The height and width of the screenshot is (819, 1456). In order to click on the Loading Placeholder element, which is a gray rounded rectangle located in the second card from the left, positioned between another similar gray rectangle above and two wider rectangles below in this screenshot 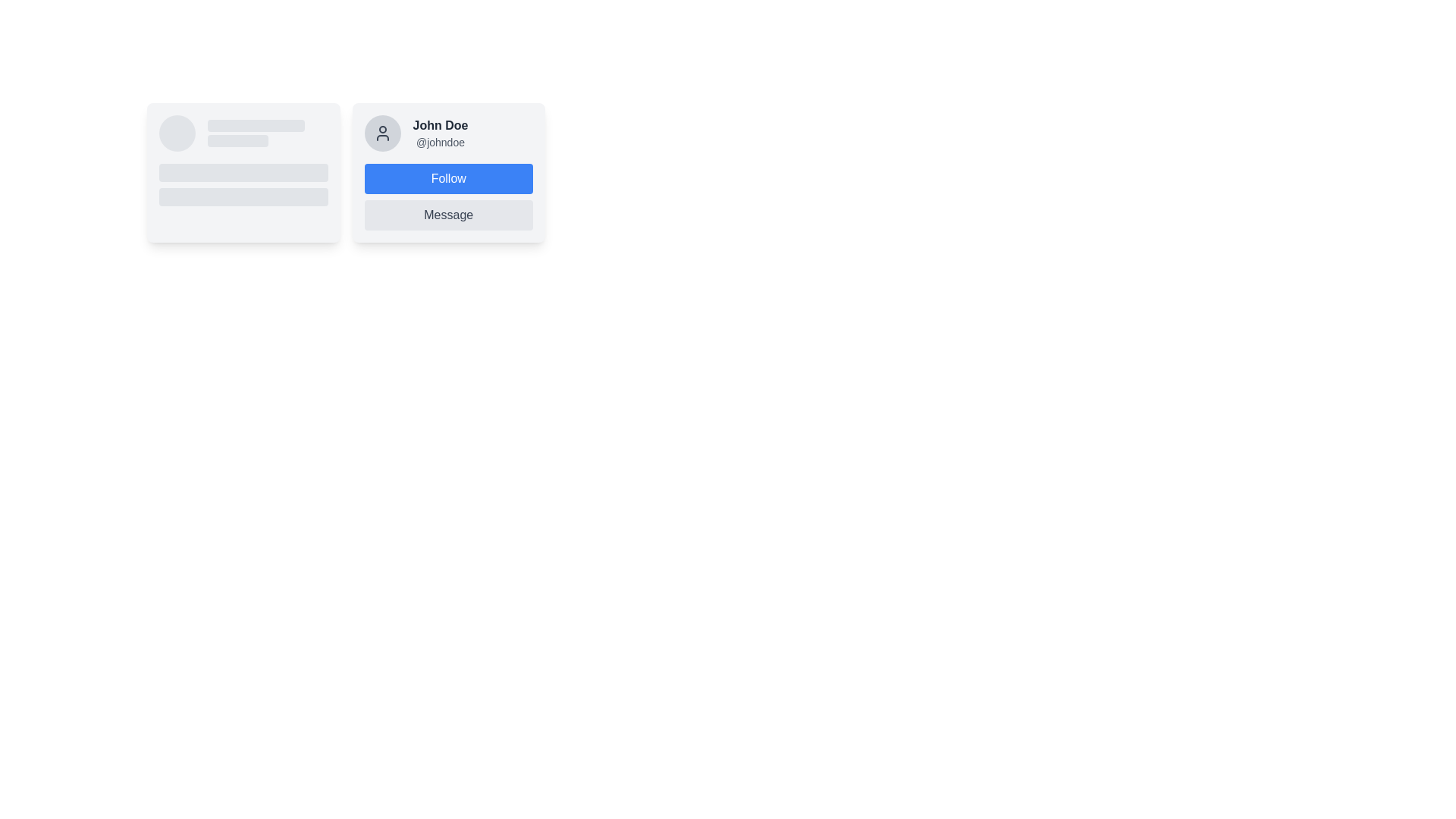, I will do `click(237, 140)`.